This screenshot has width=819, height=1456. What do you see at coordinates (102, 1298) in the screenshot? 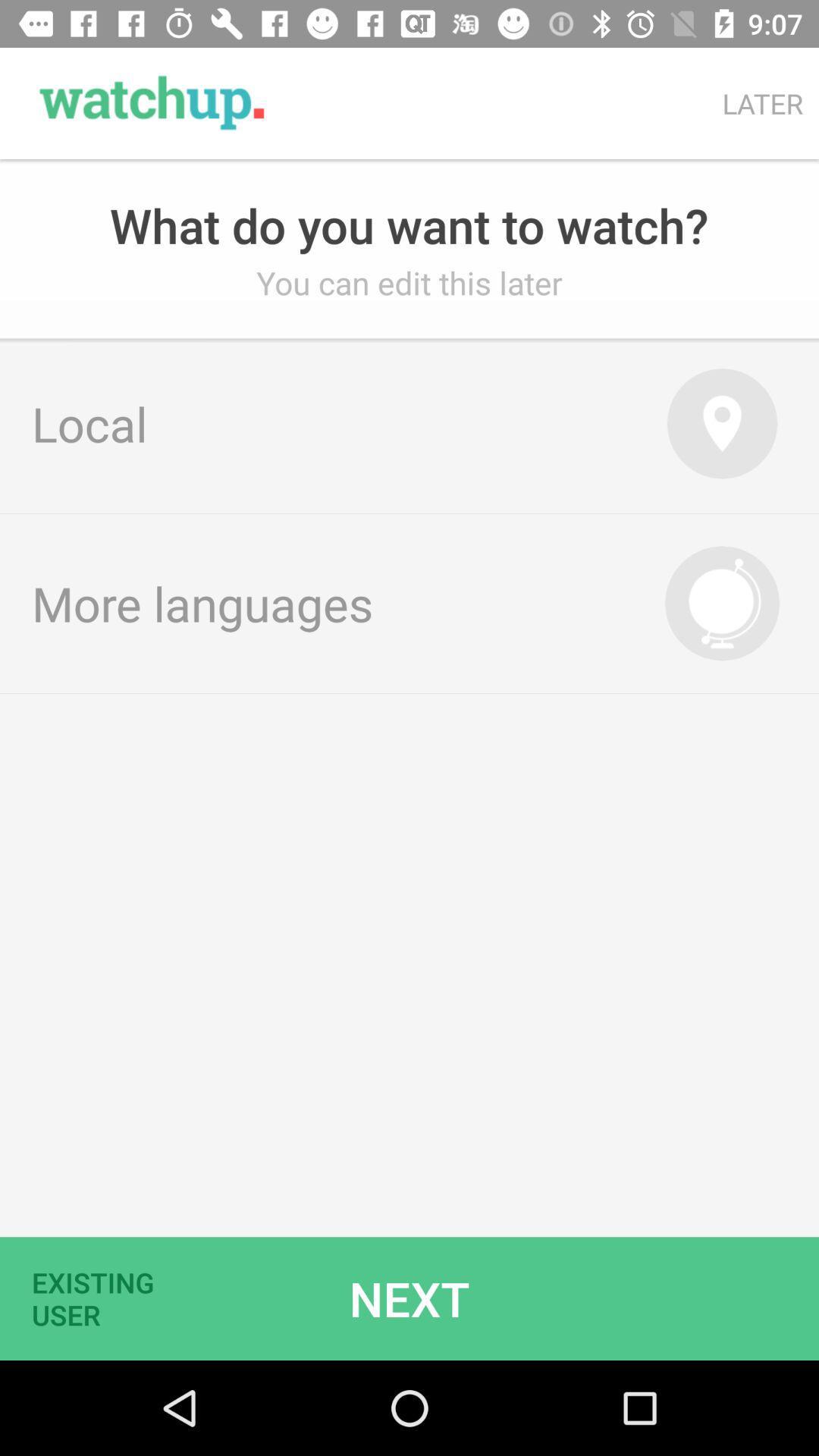
I see `the item at the bottom left corner` at bounding box center [102, 1298].